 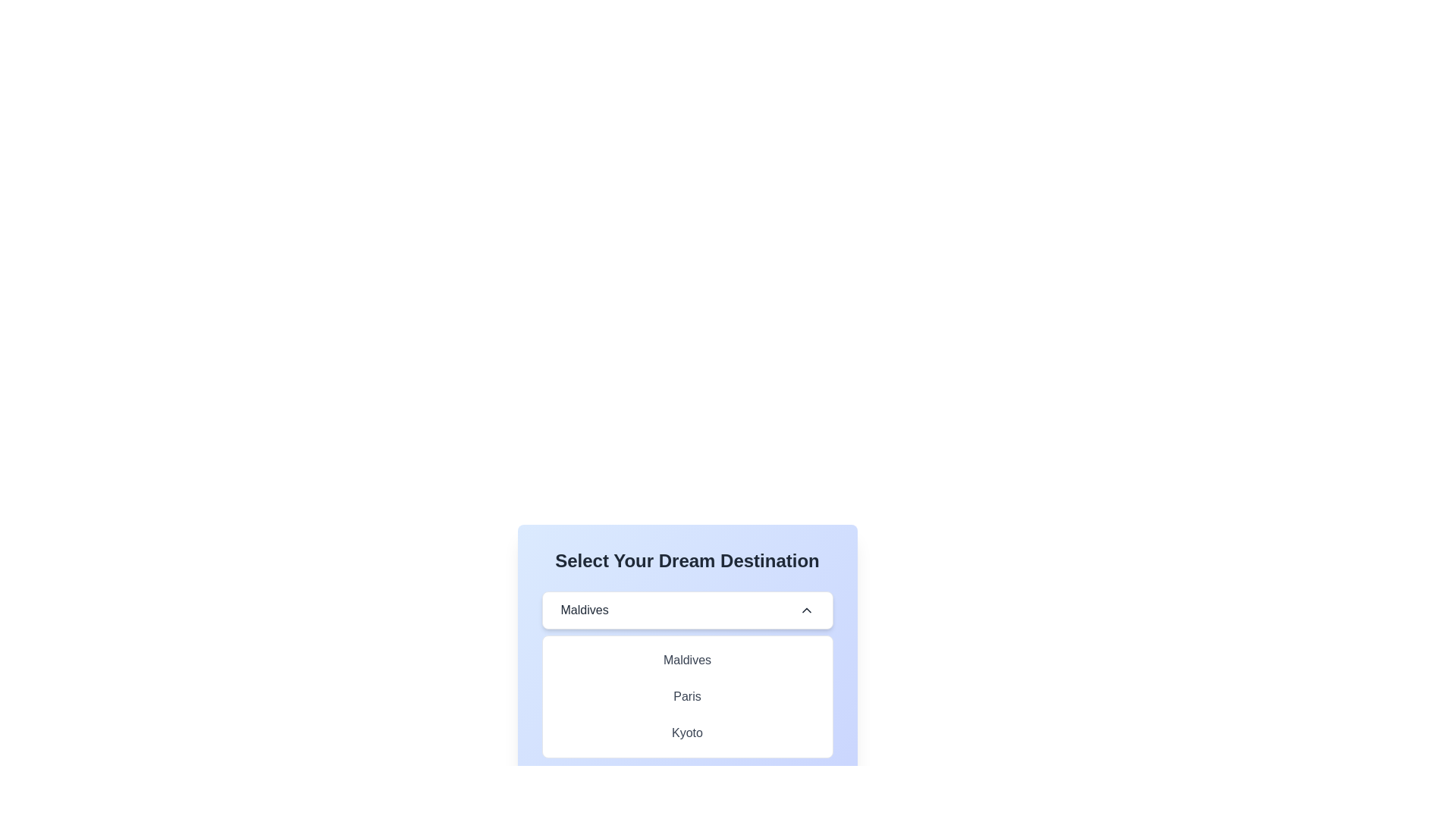 What do you see at coordinates (584, 610) in the screenshot?
I see `the text label that displays the name of the selected item in the dropdown menu, positioned below the 'Select Your Dream Destination' label` at bounding box center [584, 610].